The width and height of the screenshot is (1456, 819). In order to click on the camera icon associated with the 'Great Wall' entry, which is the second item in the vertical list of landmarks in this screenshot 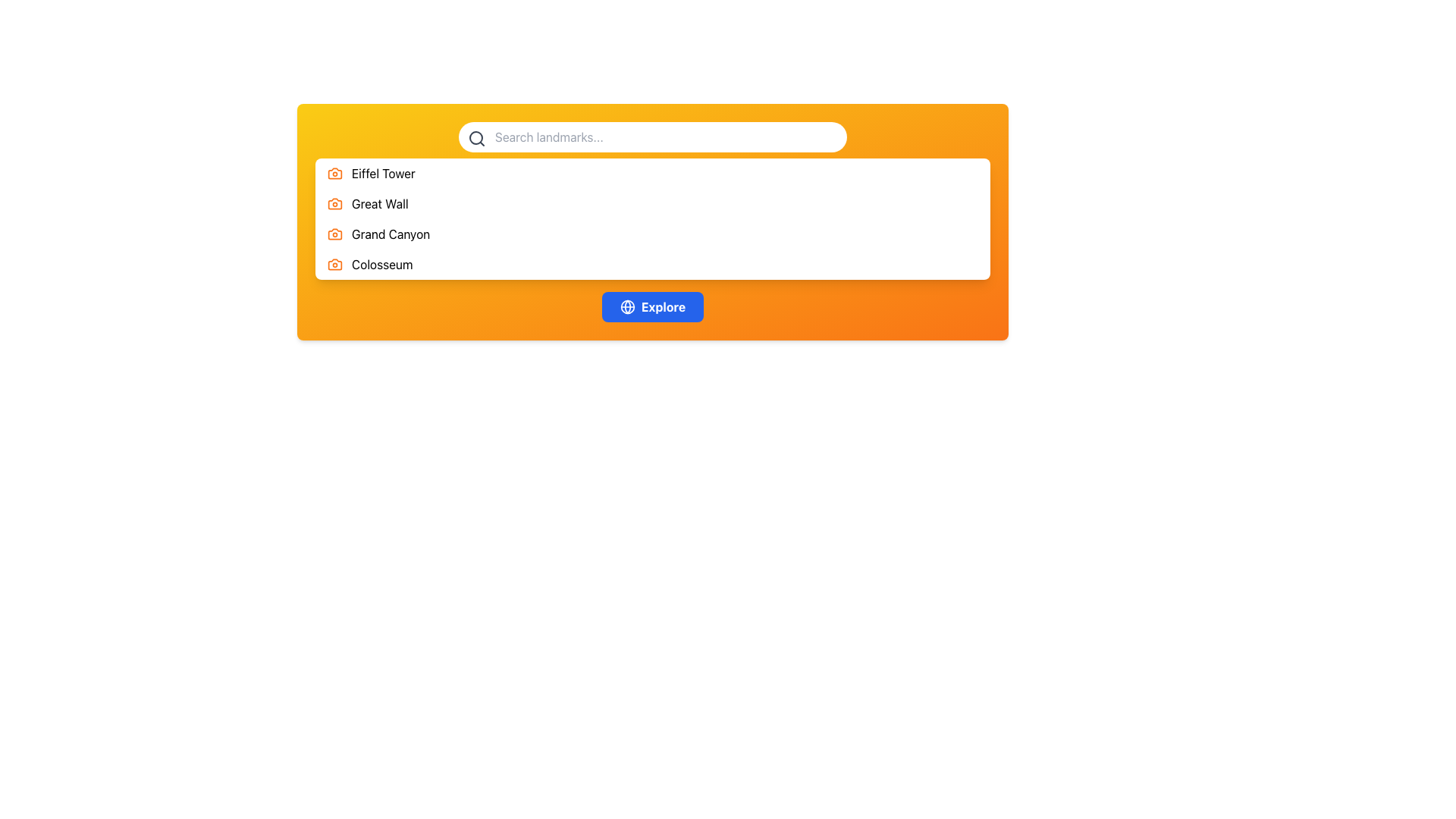, I will do `click(334, 203)`.